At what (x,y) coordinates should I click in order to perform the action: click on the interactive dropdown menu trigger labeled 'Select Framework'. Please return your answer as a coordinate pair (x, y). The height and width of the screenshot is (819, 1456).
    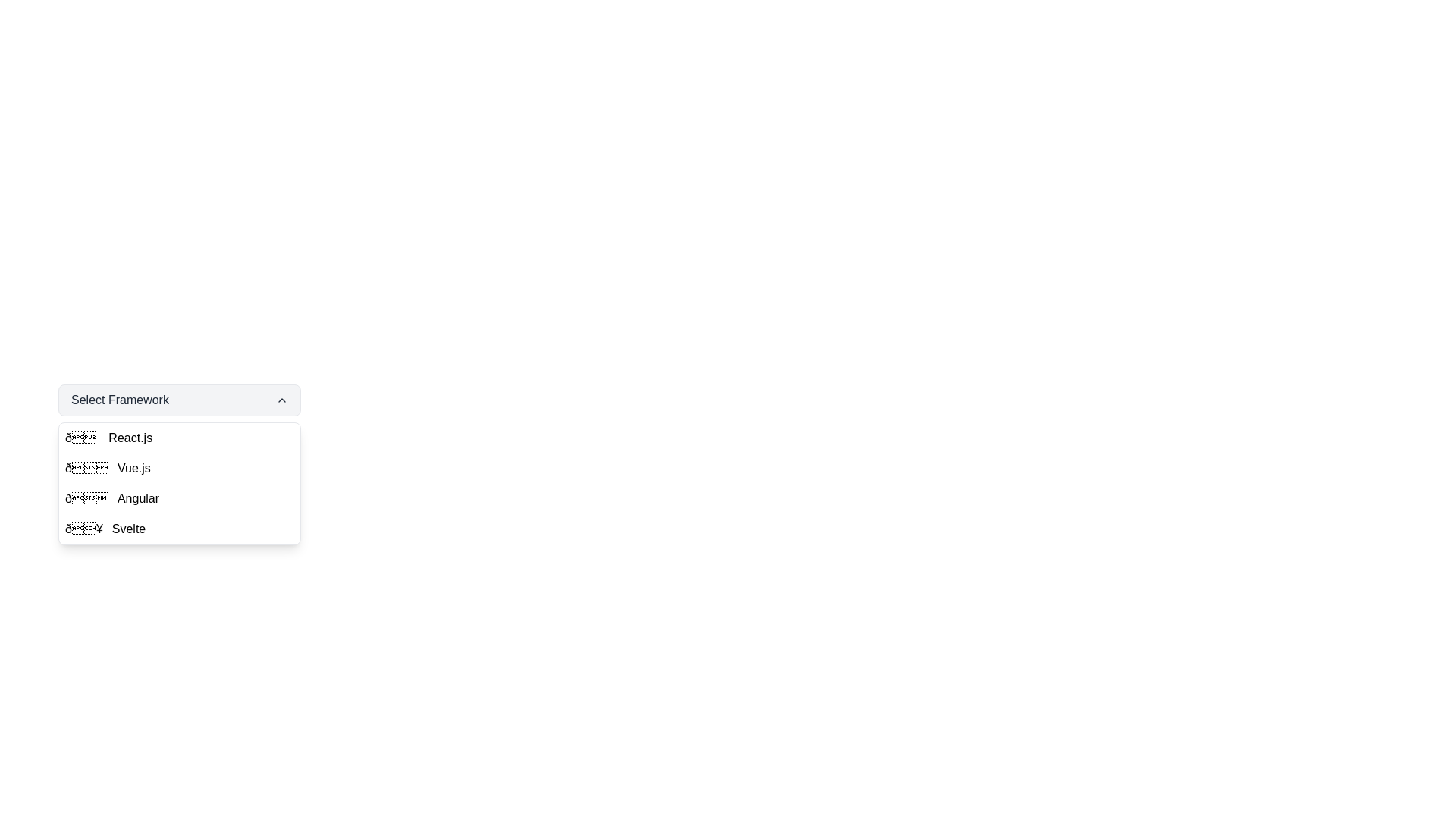
    Looking at the image, I should click on (179, 400).